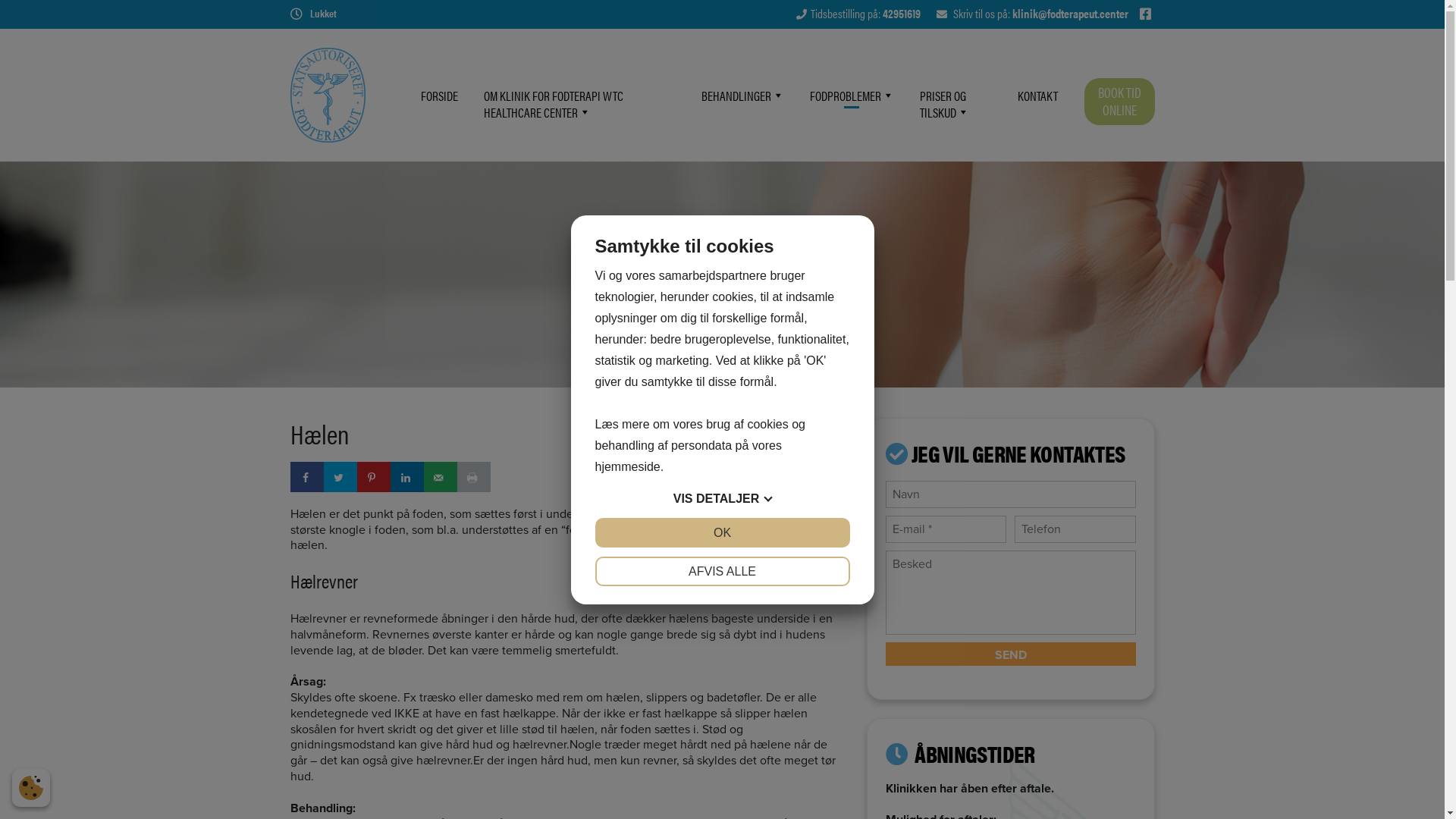  Describe the element at coordinates (455, 475) in the screenshot. I see `'Print this webpage'` at that location.